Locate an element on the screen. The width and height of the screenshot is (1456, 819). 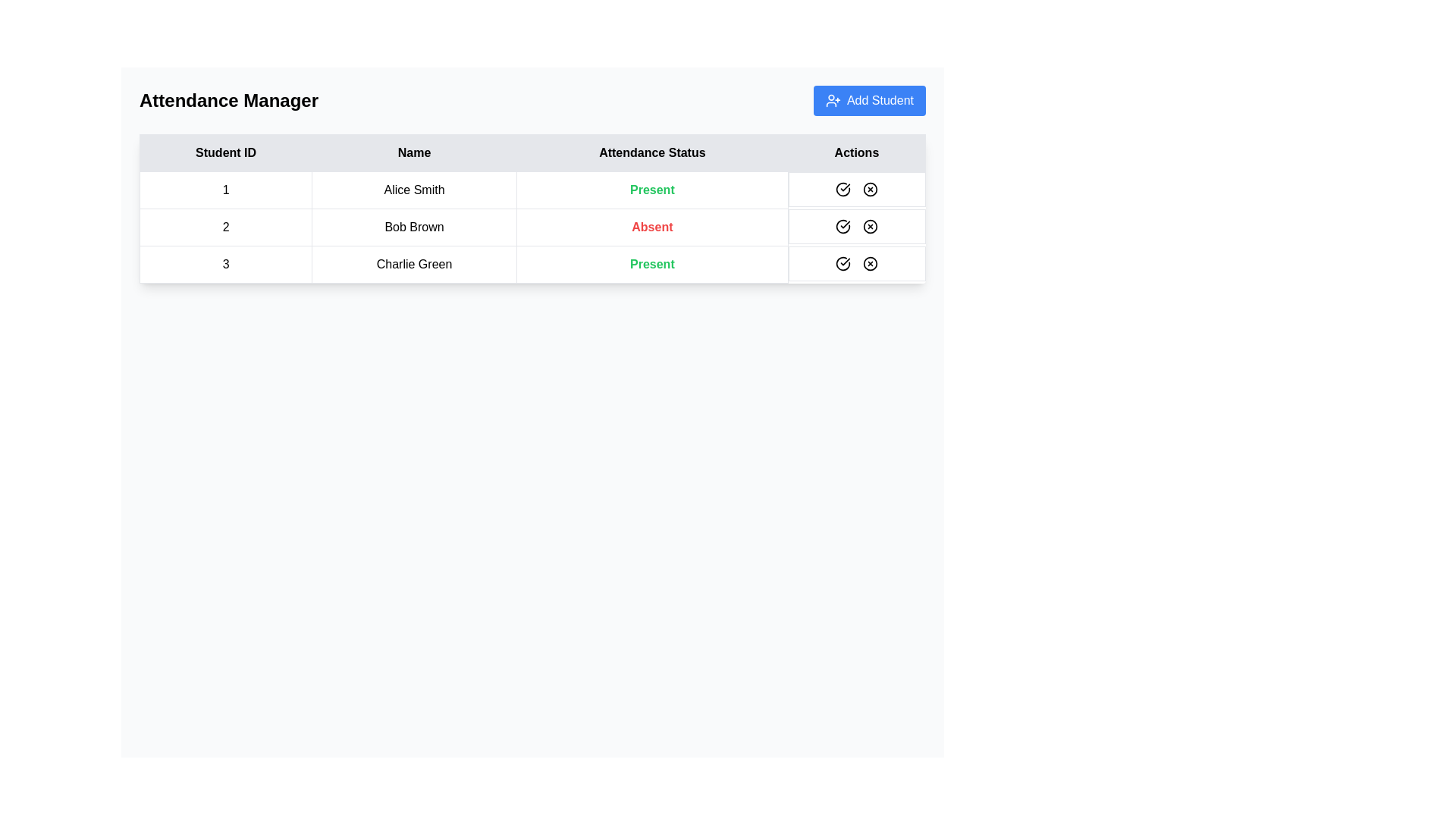
the 'Actions' table header cell, which is located at the top-right corner of the table and is the fourth header among 'Student ID', 'Name', and 'Attendance Status' is located at coordinates (856, 152).